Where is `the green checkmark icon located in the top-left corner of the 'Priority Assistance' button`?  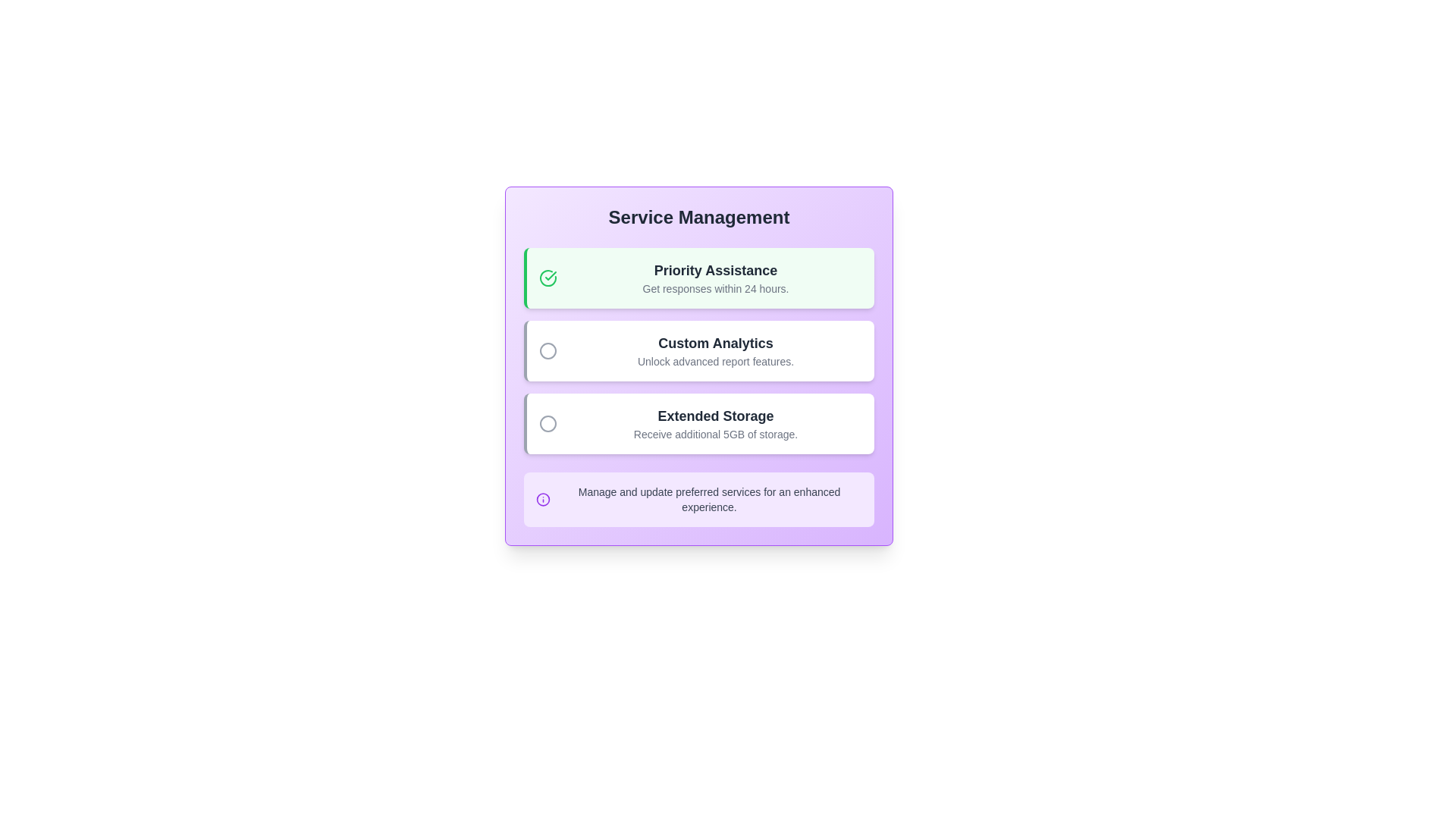
the green checkmark icon located in the top-left corner of the 'Priority Assistance' button is located at coordinates (548, 278).